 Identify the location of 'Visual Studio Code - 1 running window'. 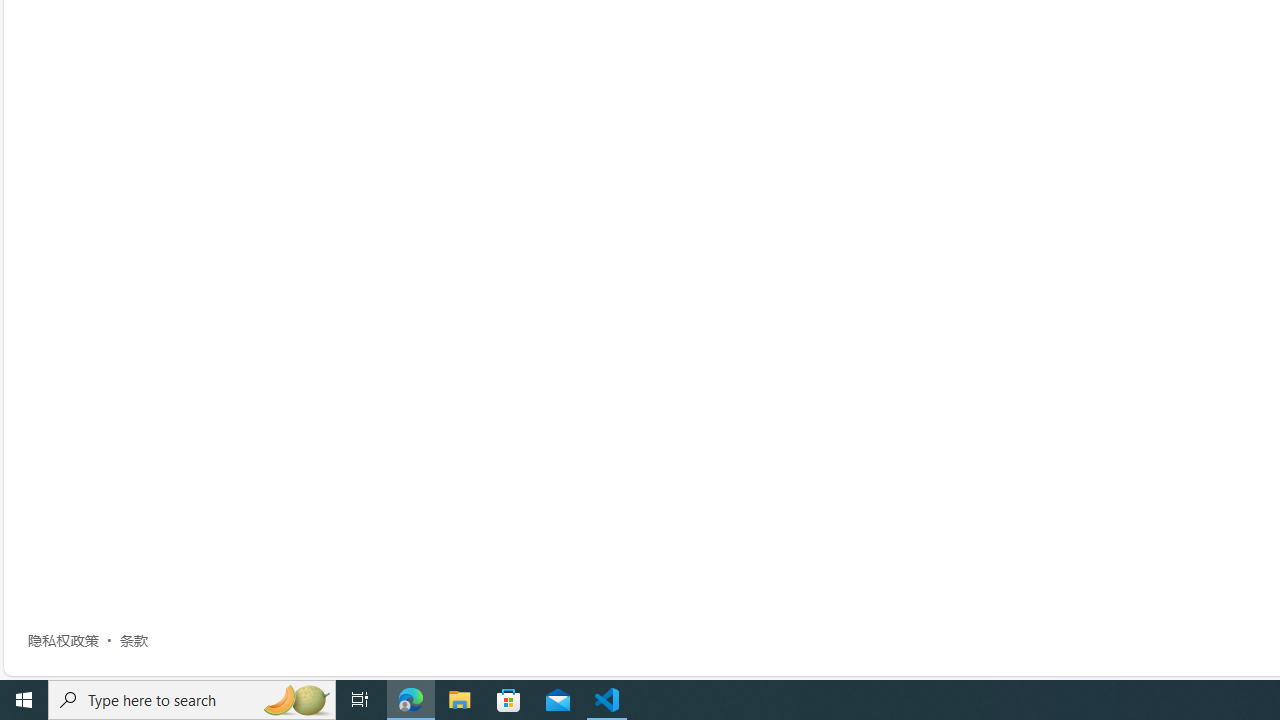
(606, 698).